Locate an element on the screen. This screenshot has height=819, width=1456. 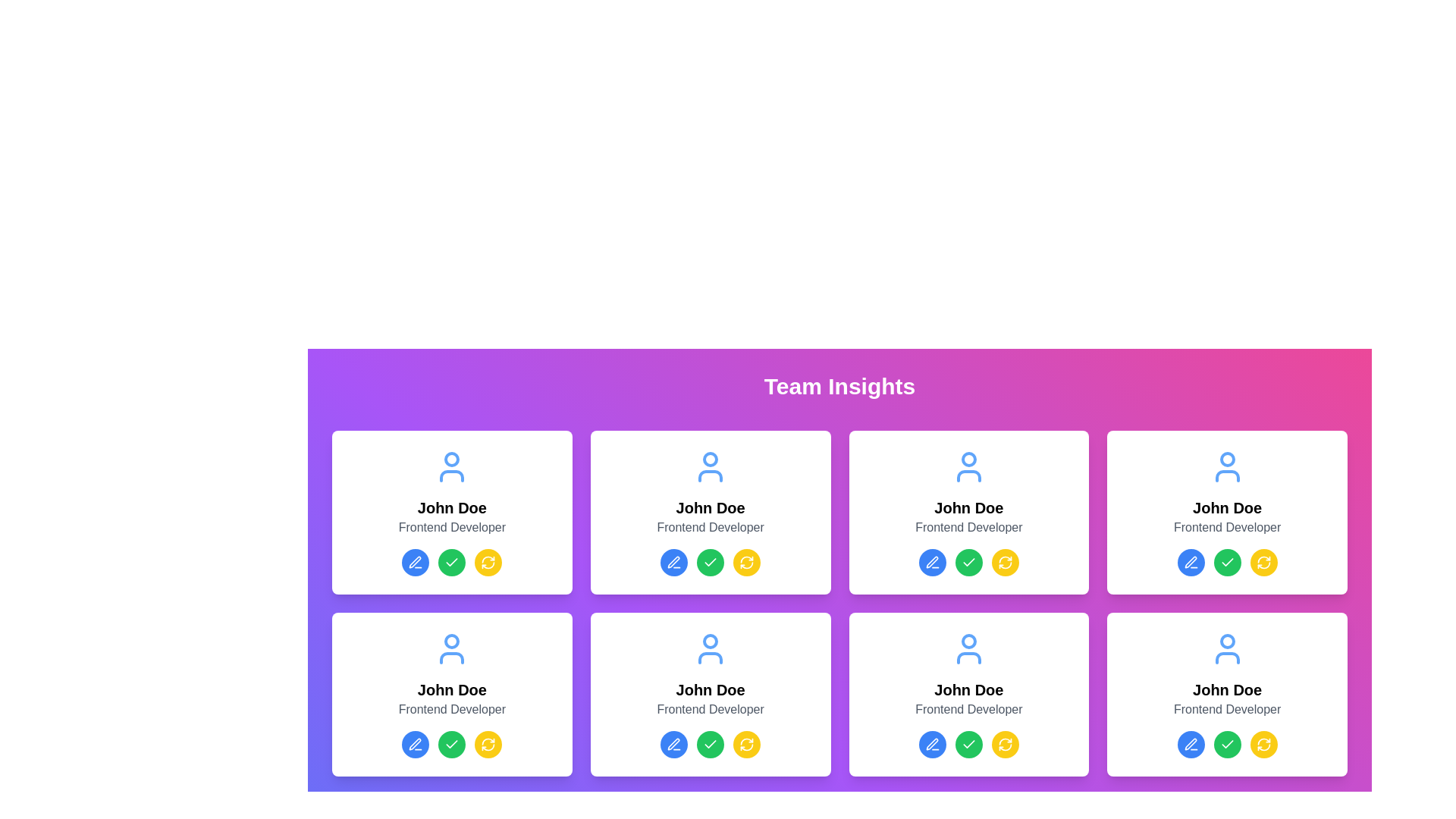
the user avatar icon, which is a stylized outline of a user figure colored in blue, located at the top section of the fourth user profile card in the second row of the grid layout is located at coordinates (1227, 648).